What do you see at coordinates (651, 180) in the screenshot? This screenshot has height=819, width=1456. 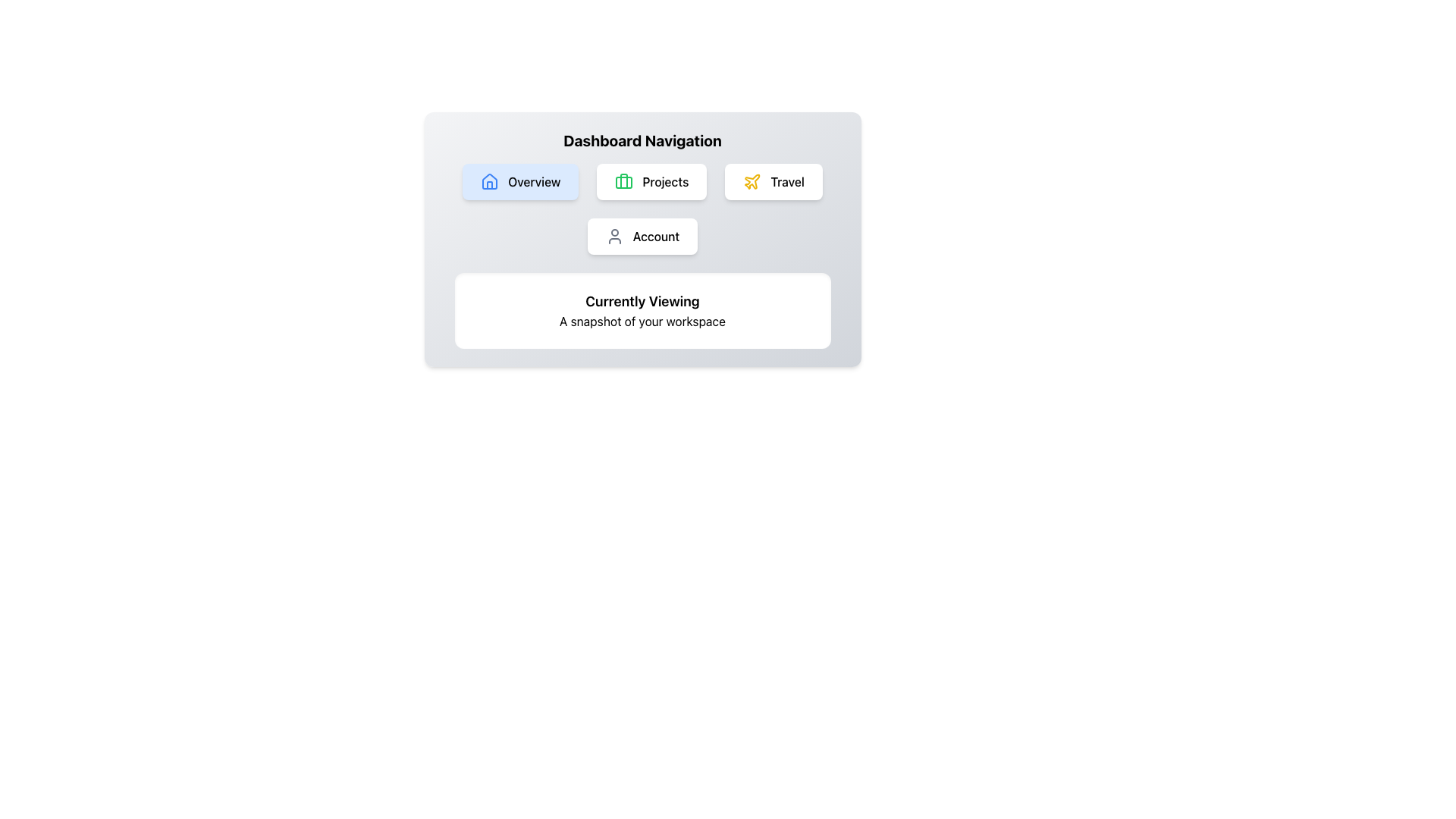 I see `the rectangular 'Projects' button with rounded corners and a suitcase icon on the left, located in the 'Dashboard Navigation' section` at bounding box center [651, 180].